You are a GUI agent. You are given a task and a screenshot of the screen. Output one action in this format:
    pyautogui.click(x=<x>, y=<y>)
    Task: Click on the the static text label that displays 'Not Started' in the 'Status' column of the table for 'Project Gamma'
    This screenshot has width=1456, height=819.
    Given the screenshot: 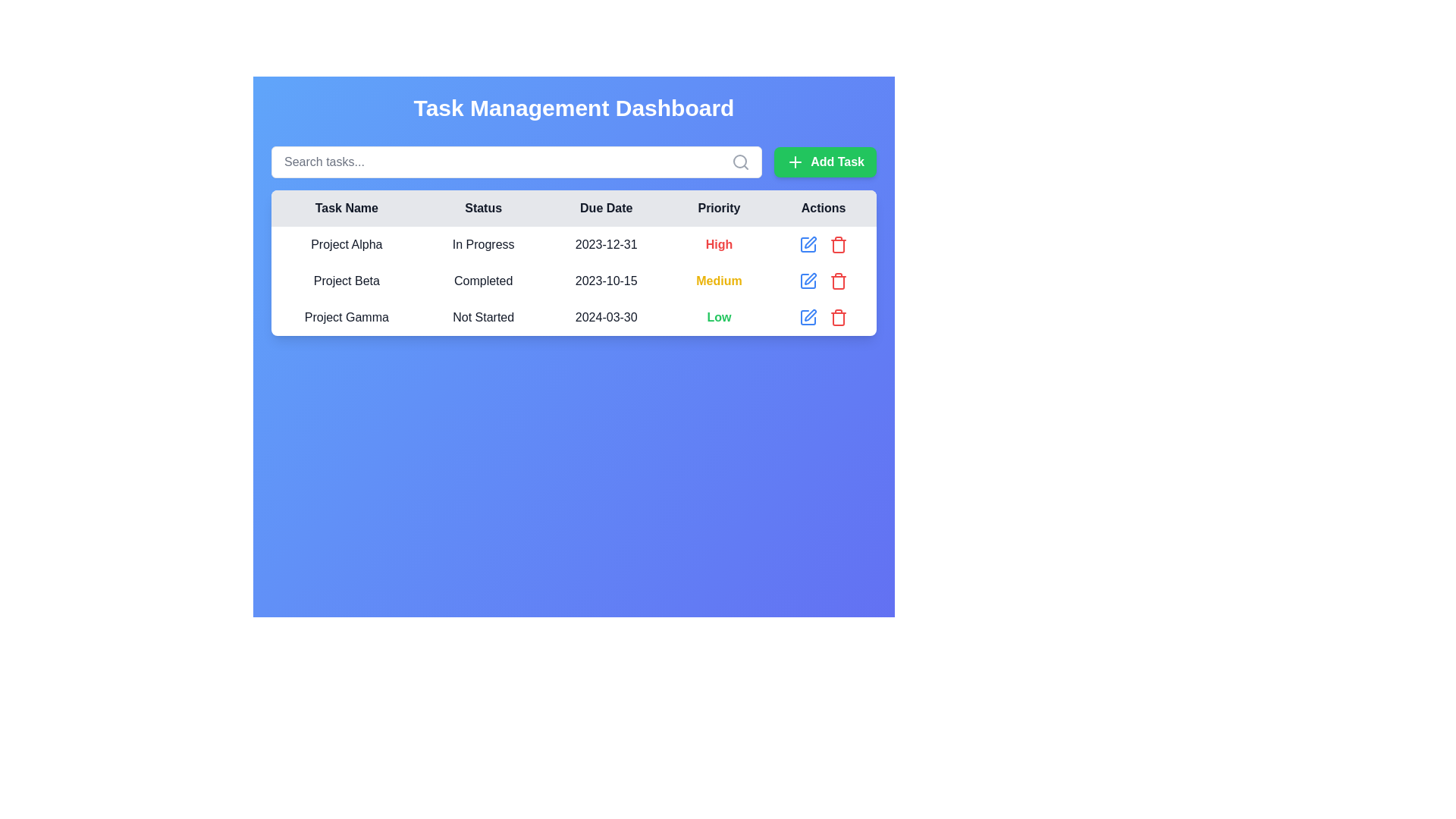 What is the action you would take?
    pyautogui.click(x=482, y=317)
    